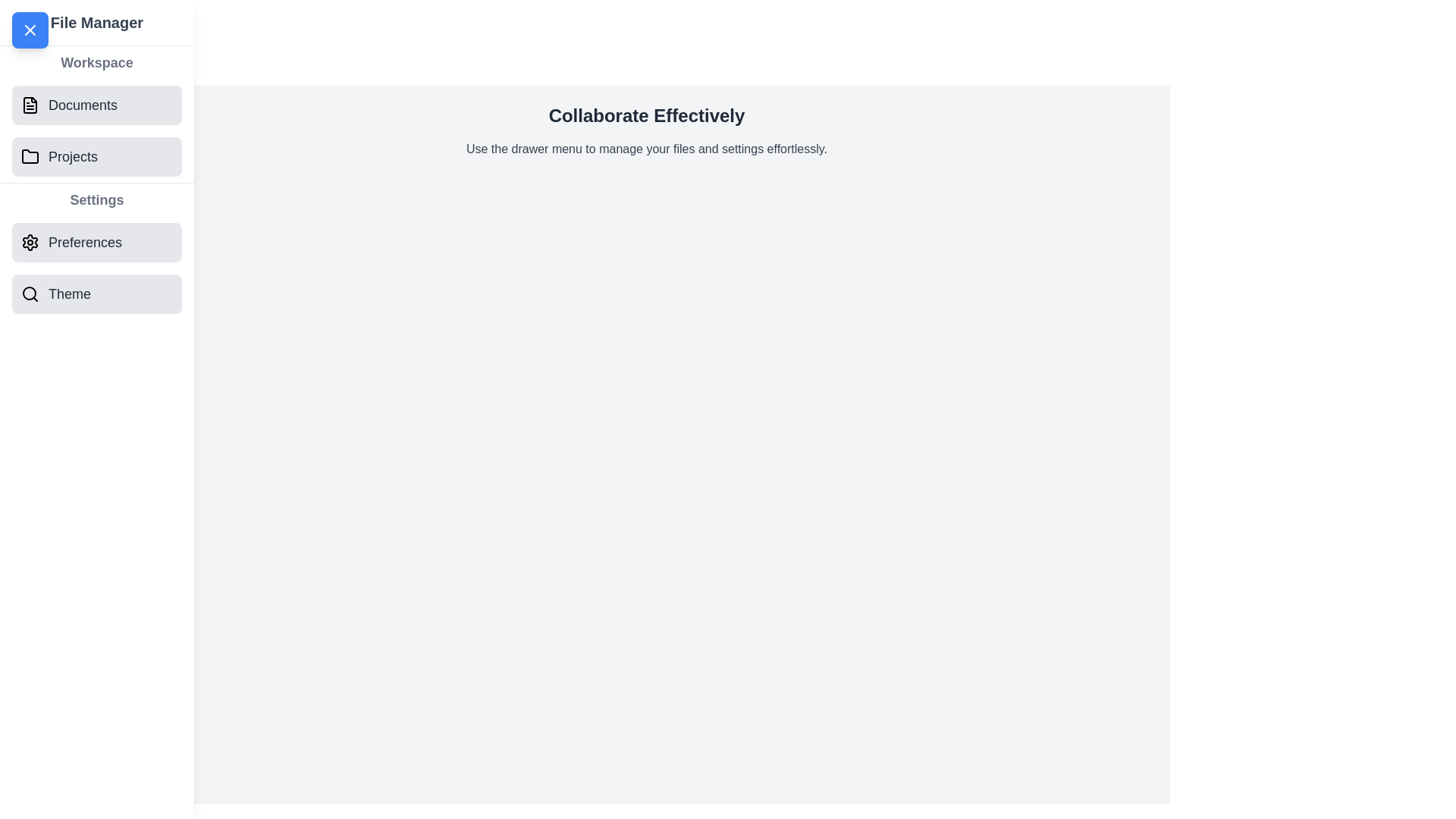  I want to click on the section Projects from the drawer menu, so click(96, 157).